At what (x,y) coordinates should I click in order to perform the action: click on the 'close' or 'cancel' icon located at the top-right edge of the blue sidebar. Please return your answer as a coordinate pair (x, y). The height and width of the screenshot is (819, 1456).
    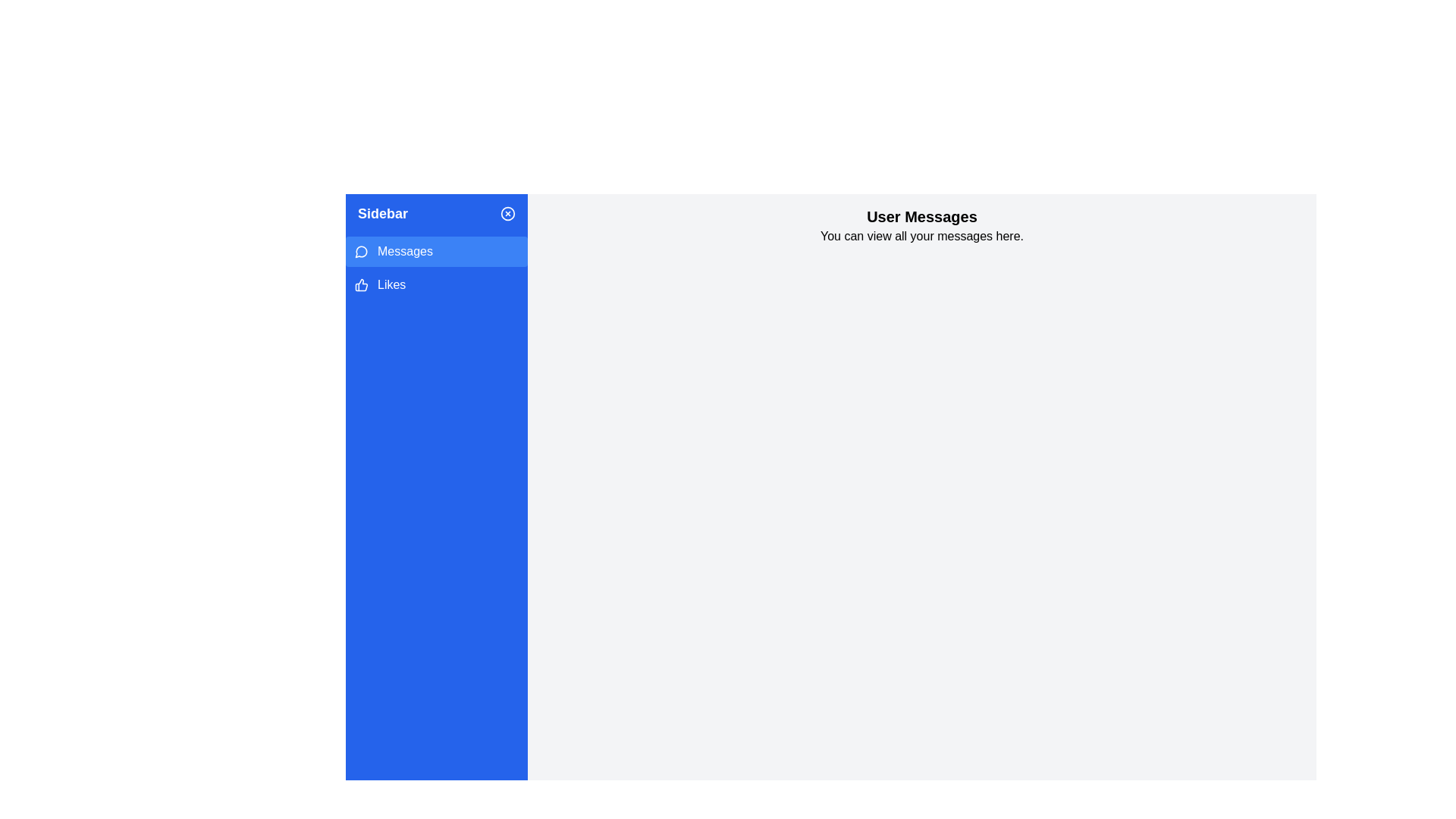
    Looking at the image, I should click on (508, 213).